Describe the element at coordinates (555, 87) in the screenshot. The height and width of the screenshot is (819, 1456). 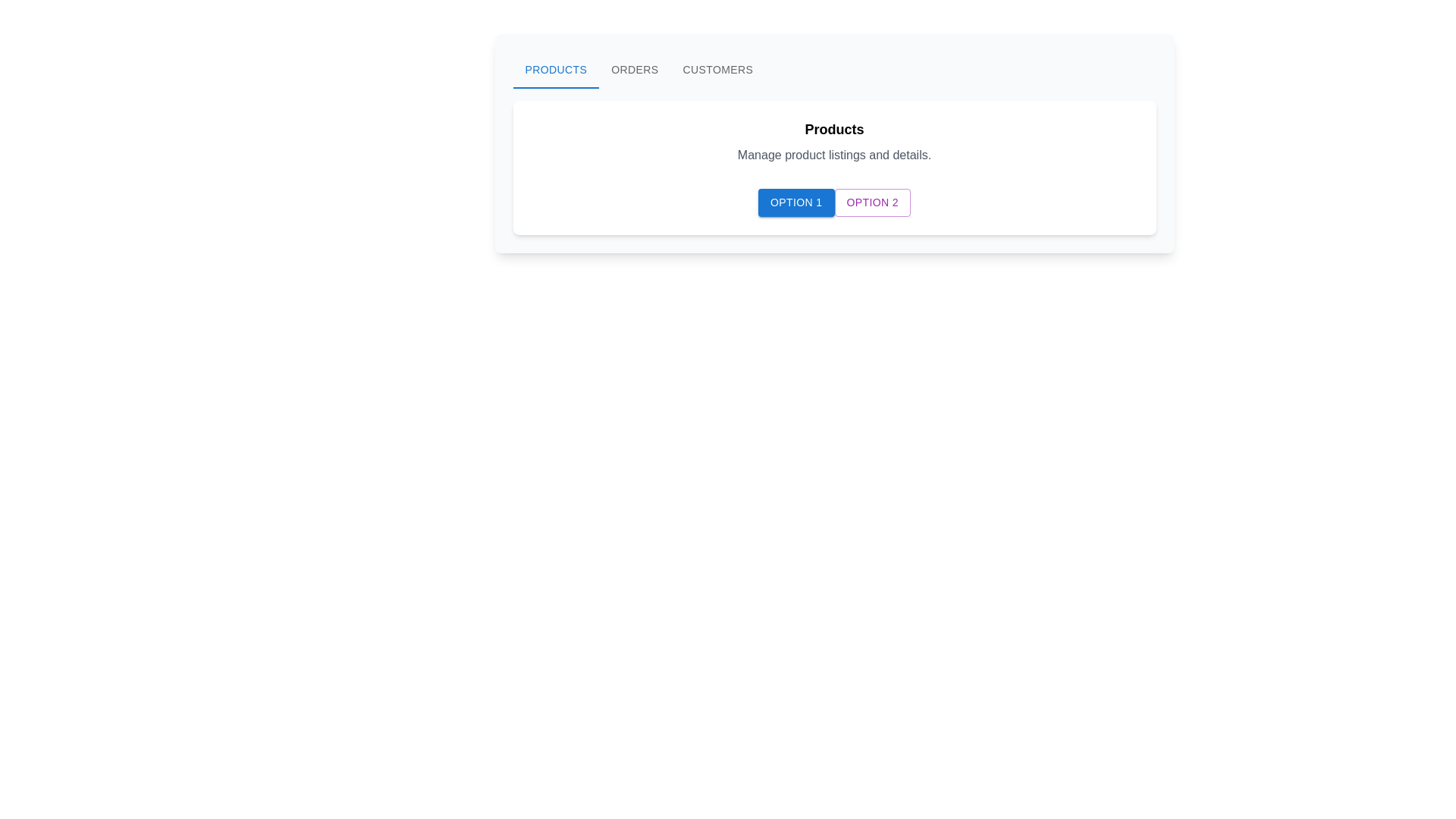
I see `the position of the indicator line that represents the currently active 'Products' tab in the tabbed navigation interface` at that location.